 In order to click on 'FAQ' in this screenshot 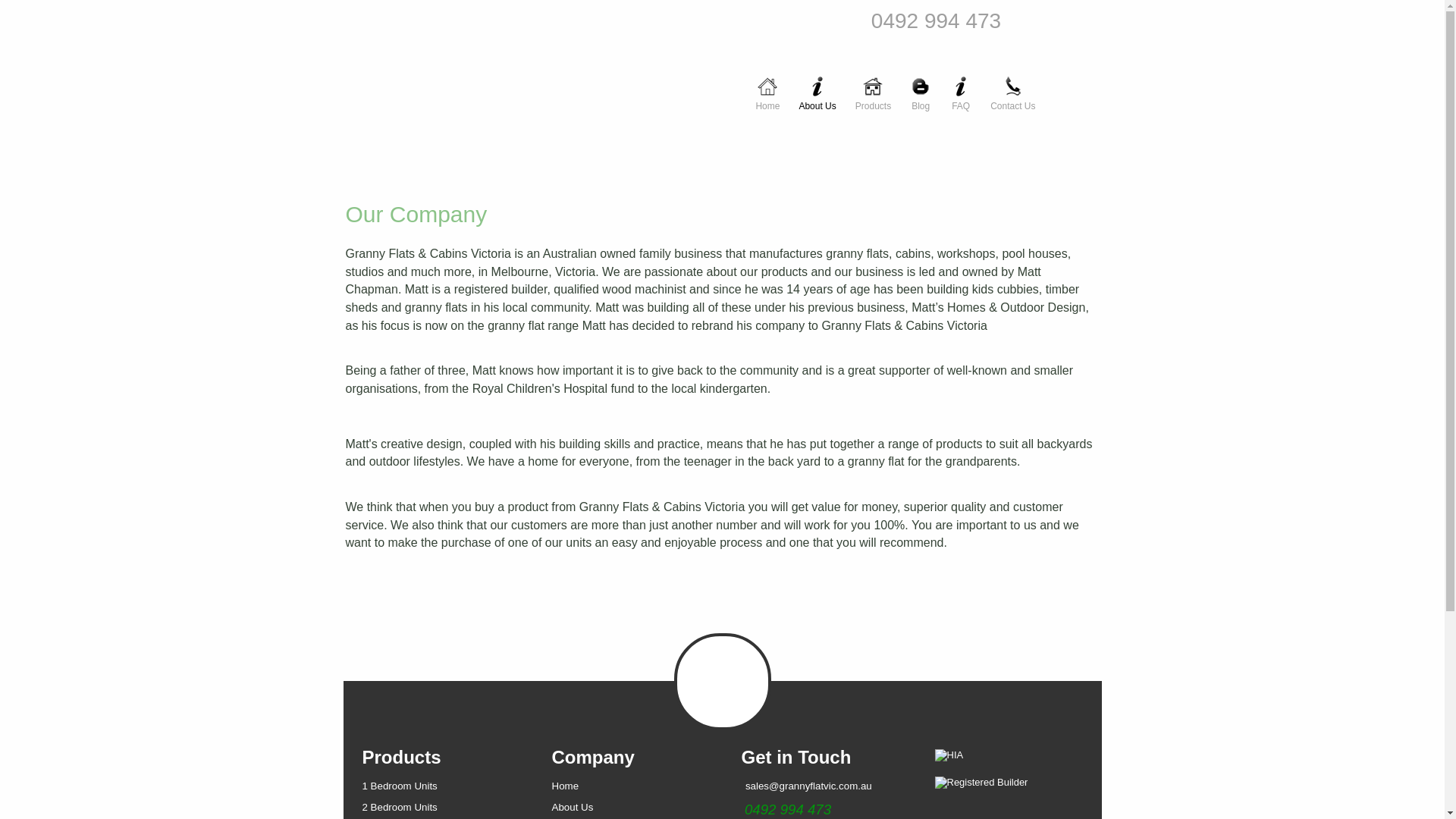, I will do `click(960, 85)`.